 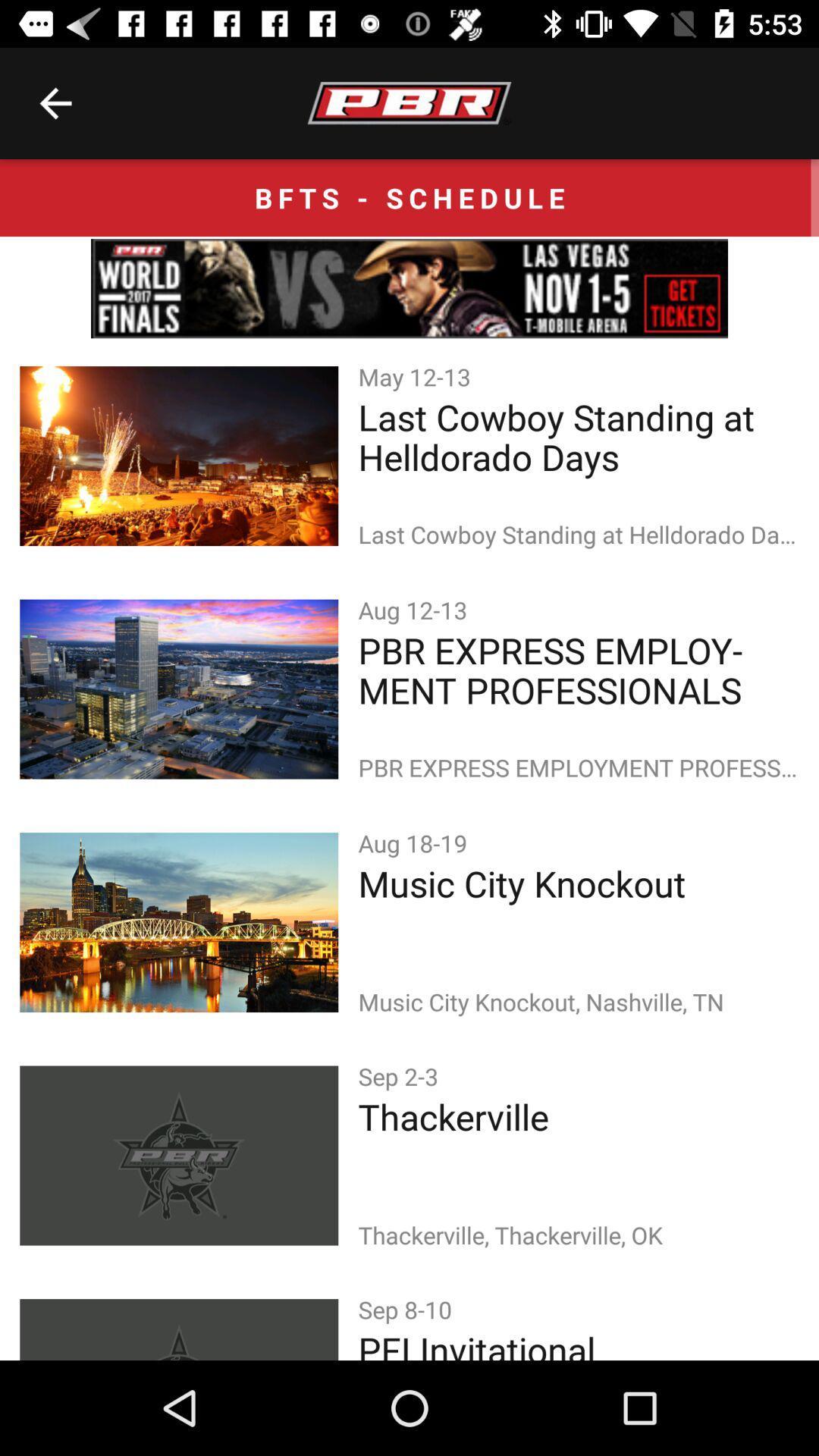 What do you see at coordinates (579, 1343) in the screenshot?
I see `the pfi invitational` at bounding box center [579, 1343].